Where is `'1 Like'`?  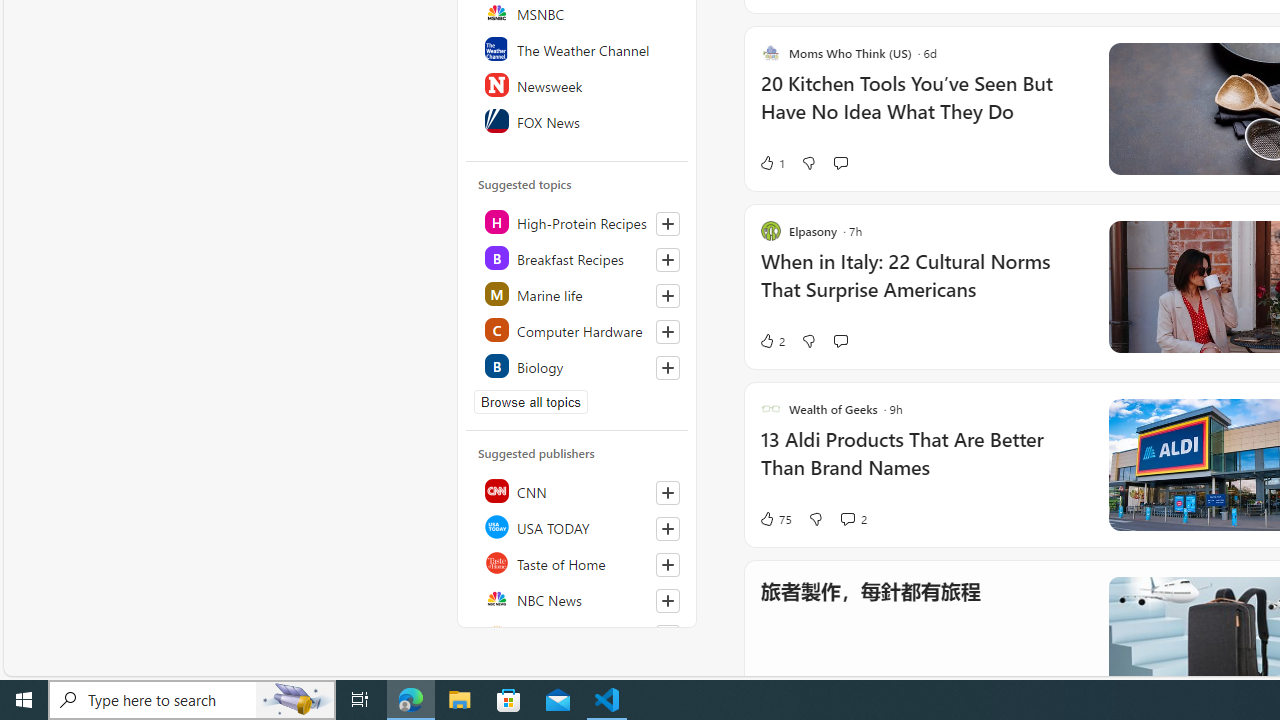 '1 Like' is located at coordinates (770, 162).